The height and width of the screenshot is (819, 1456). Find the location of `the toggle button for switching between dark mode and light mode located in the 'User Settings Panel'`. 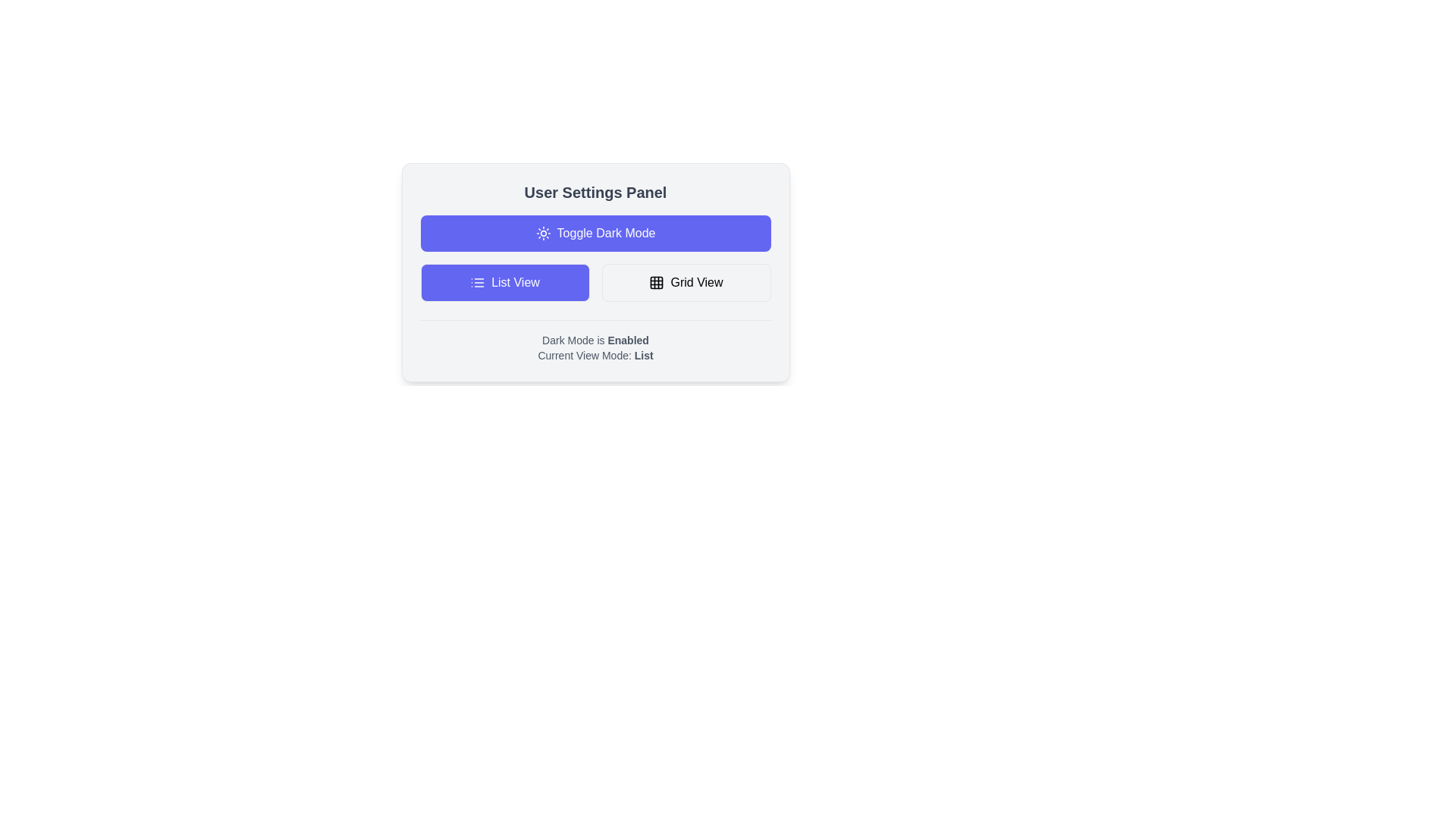

the toggle button for switching between dark mode and light mode located in the 'User Settings Panel' is located at coordinates (595, 234).